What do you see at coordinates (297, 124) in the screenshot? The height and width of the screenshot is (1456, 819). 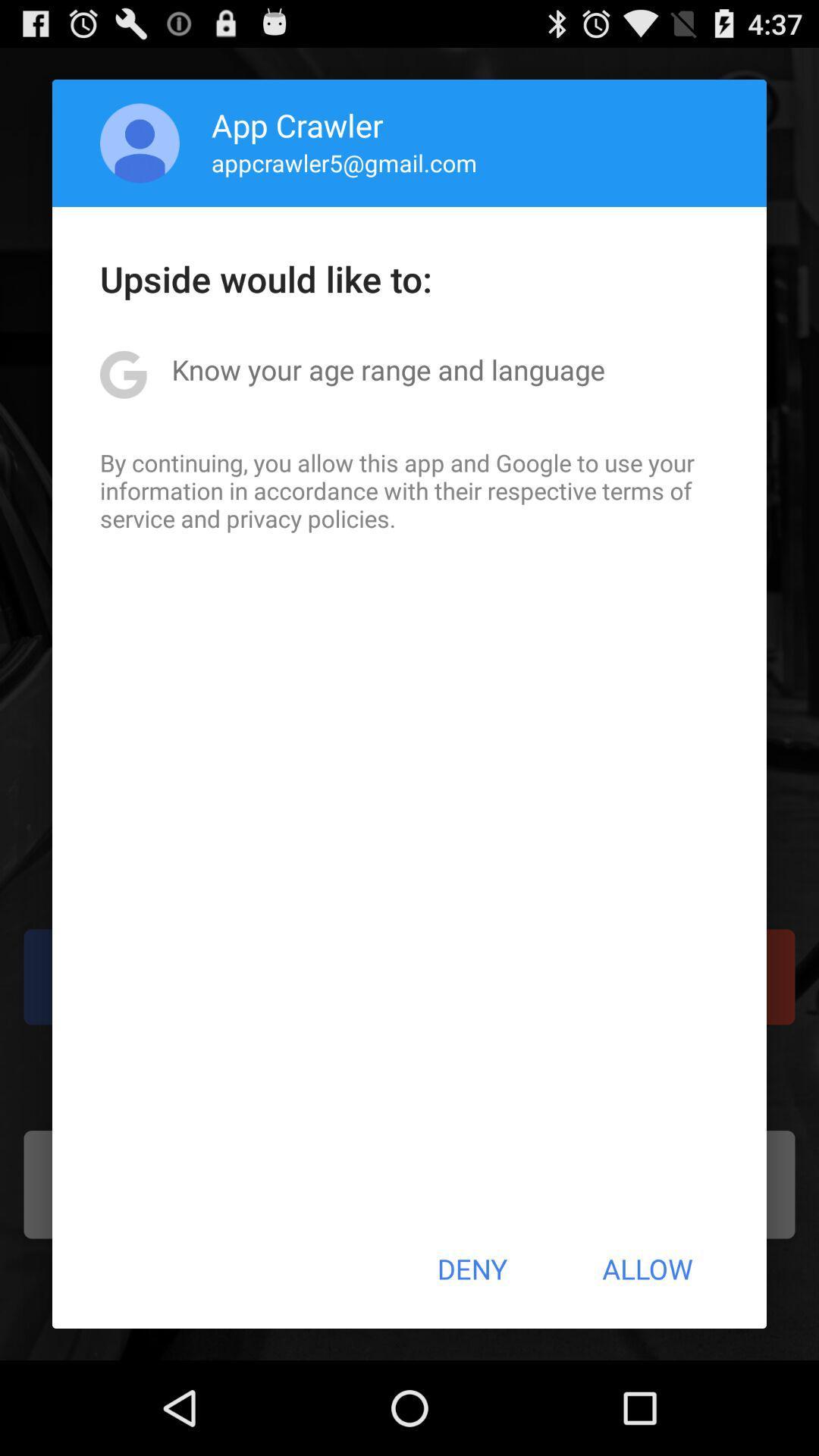 I see `the app above appcrawler5@gmail.com item` at bounding box center [297, 124].